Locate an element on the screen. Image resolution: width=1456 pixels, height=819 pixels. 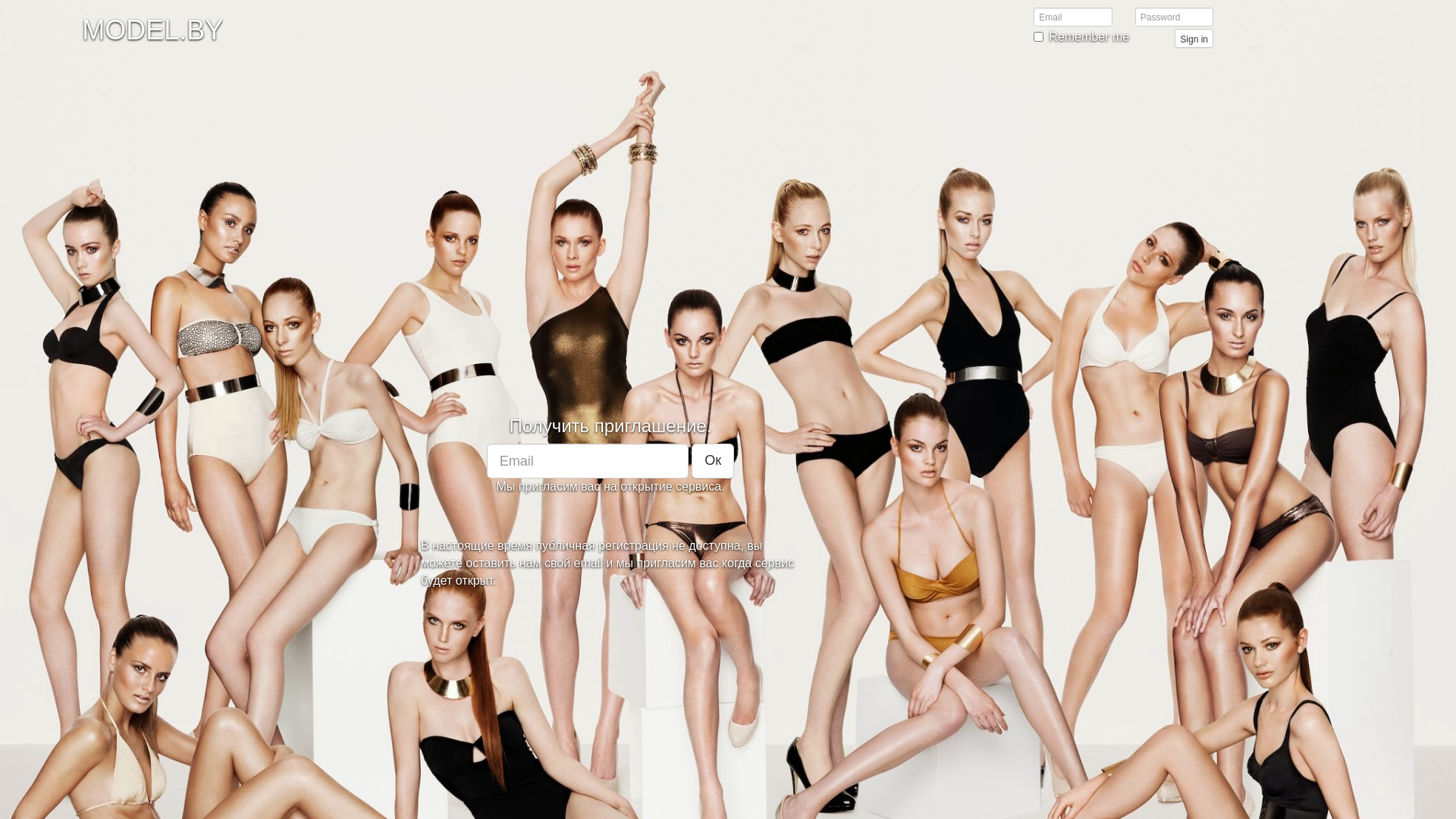
'Sign in' is located at coordinates (1193, 37).